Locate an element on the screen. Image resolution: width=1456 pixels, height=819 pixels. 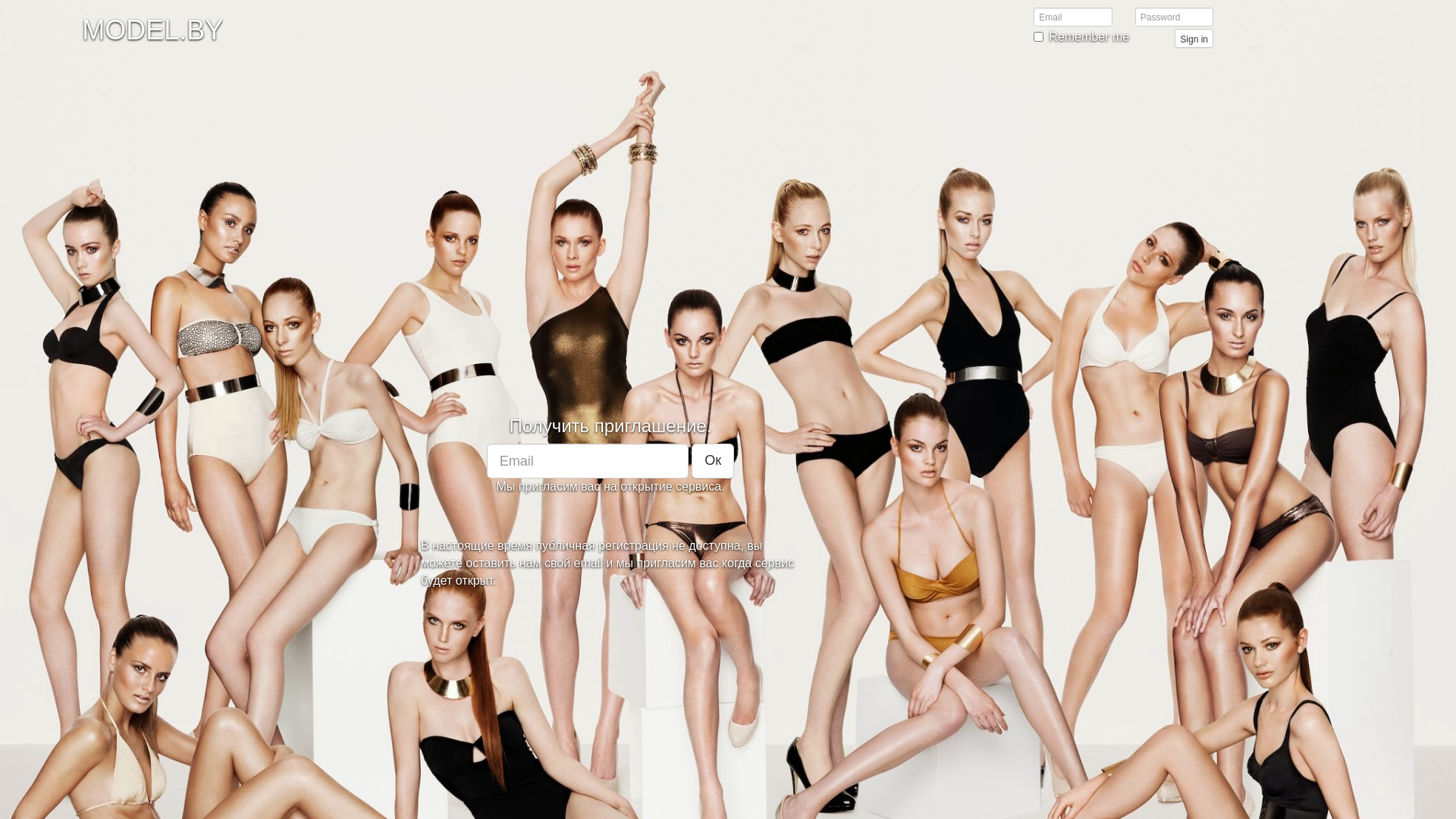
'Sign in' is located at coordinates (1193, 37).